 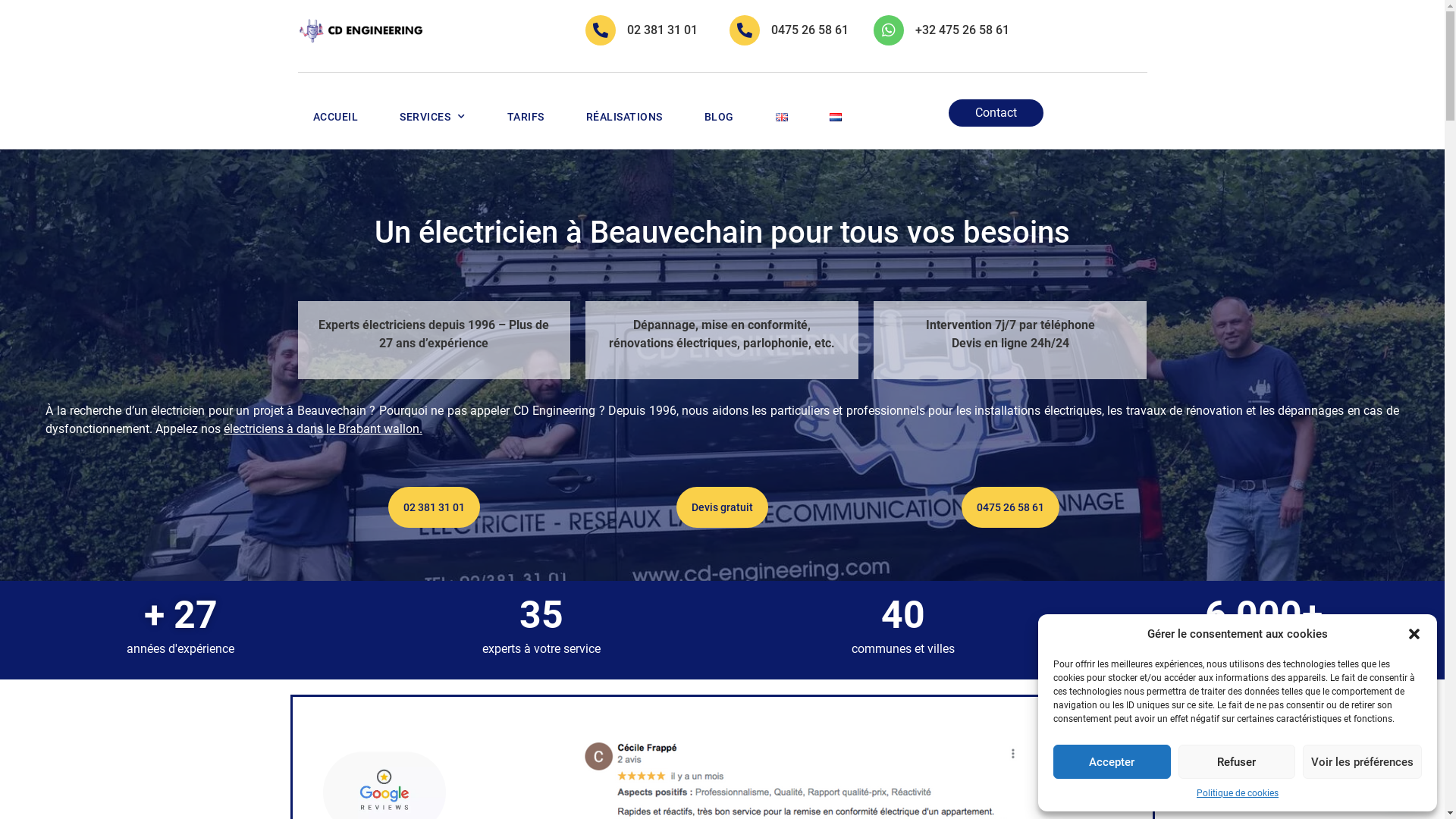 What do you see at coordinates (1196, 792) in the screenshot?
I see `'Politique de cookies'` at bounding box center [1196, 792].